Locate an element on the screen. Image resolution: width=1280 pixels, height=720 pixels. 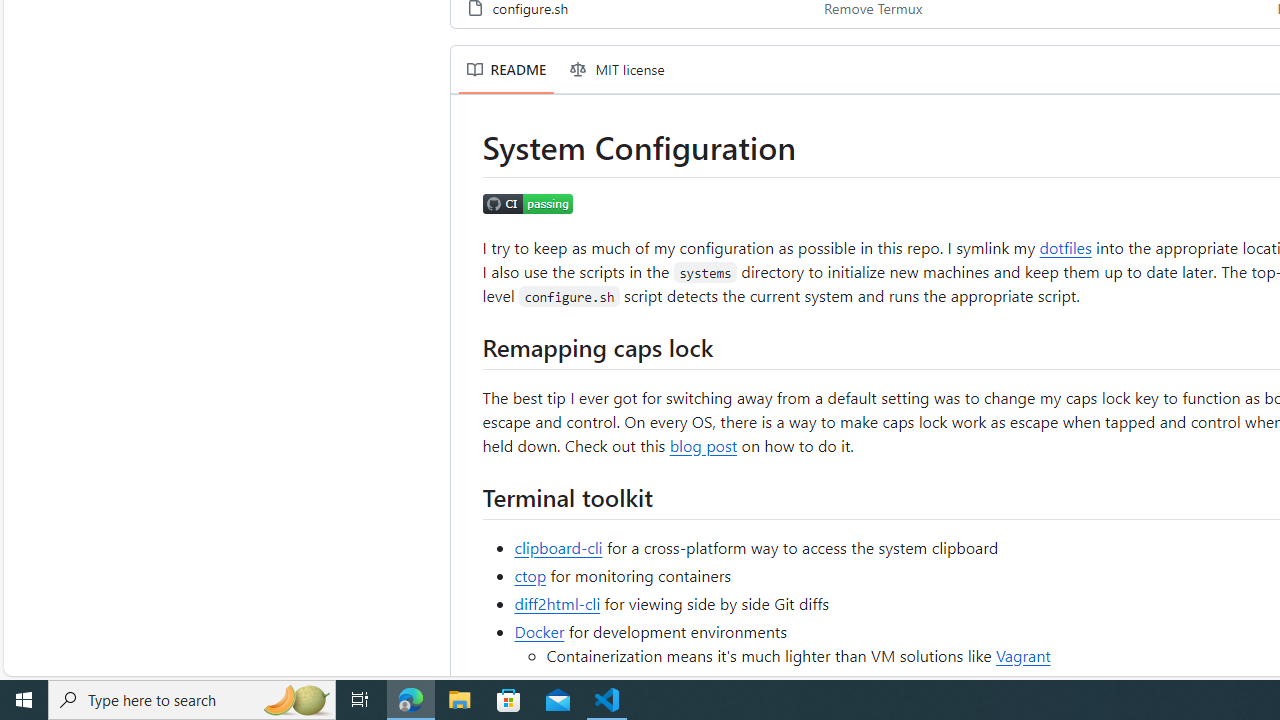
'README' is located at coordinates (506, 68).